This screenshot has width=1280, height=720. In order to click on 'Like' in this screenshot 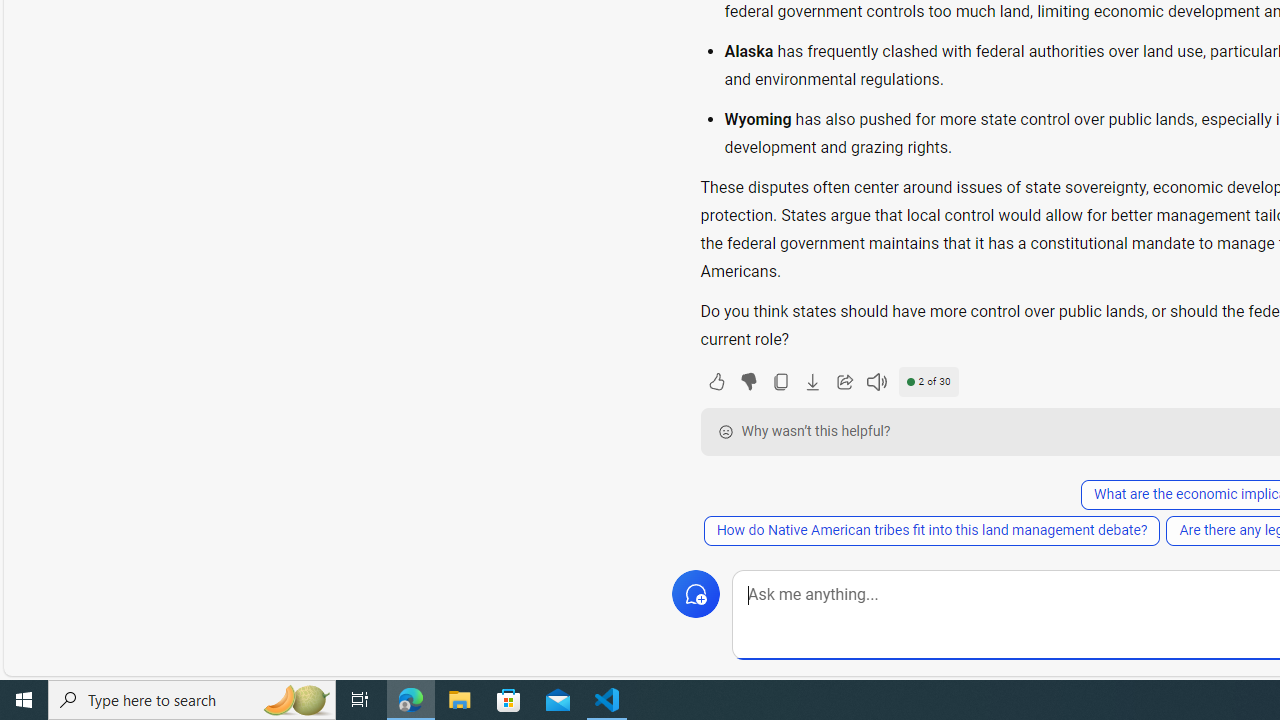, I will do `click(716, 381)`.